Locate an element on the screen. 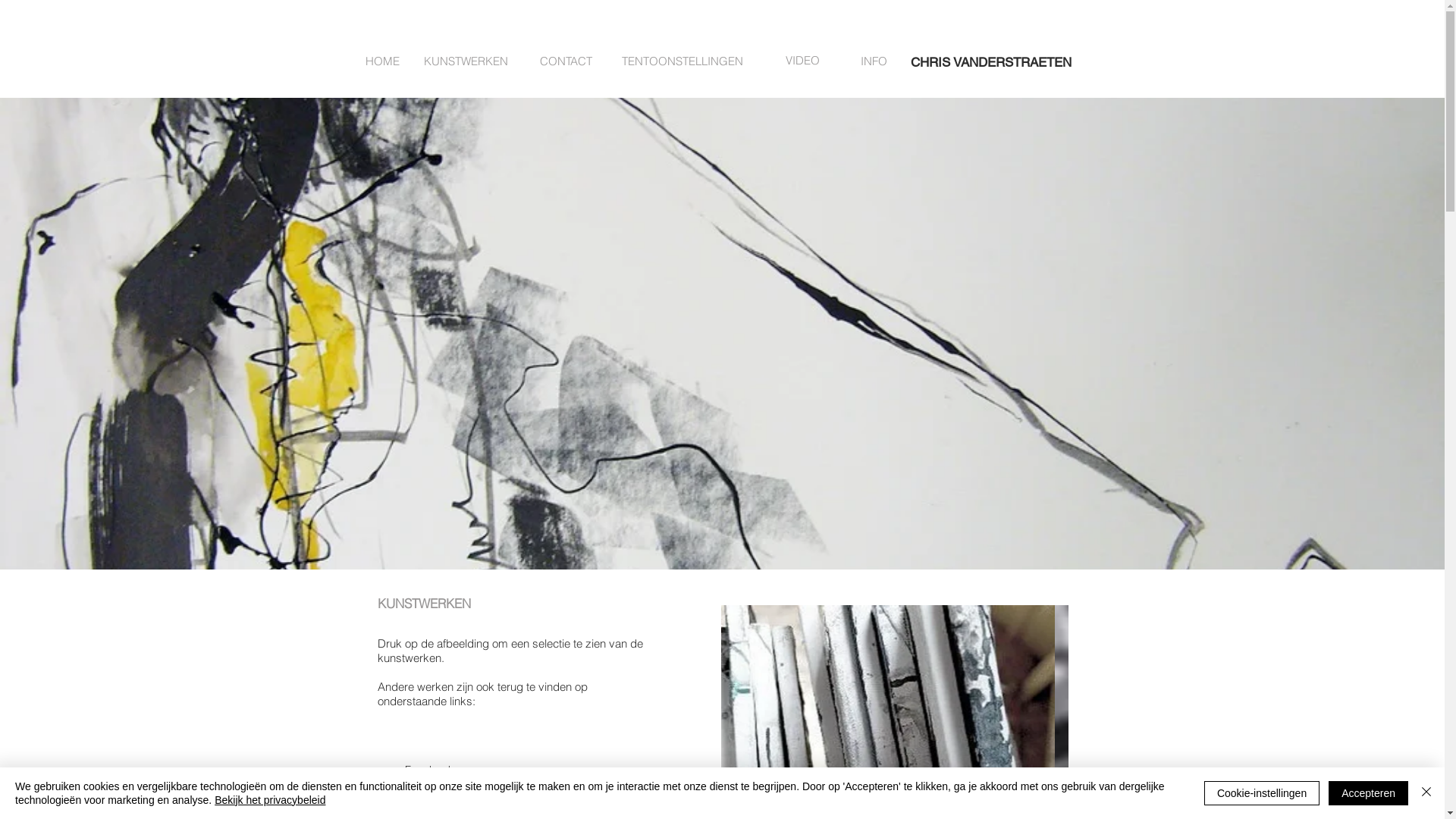 This screenshot has width=1456, height=819. 'INFO' is located at coordinates (874, 60).